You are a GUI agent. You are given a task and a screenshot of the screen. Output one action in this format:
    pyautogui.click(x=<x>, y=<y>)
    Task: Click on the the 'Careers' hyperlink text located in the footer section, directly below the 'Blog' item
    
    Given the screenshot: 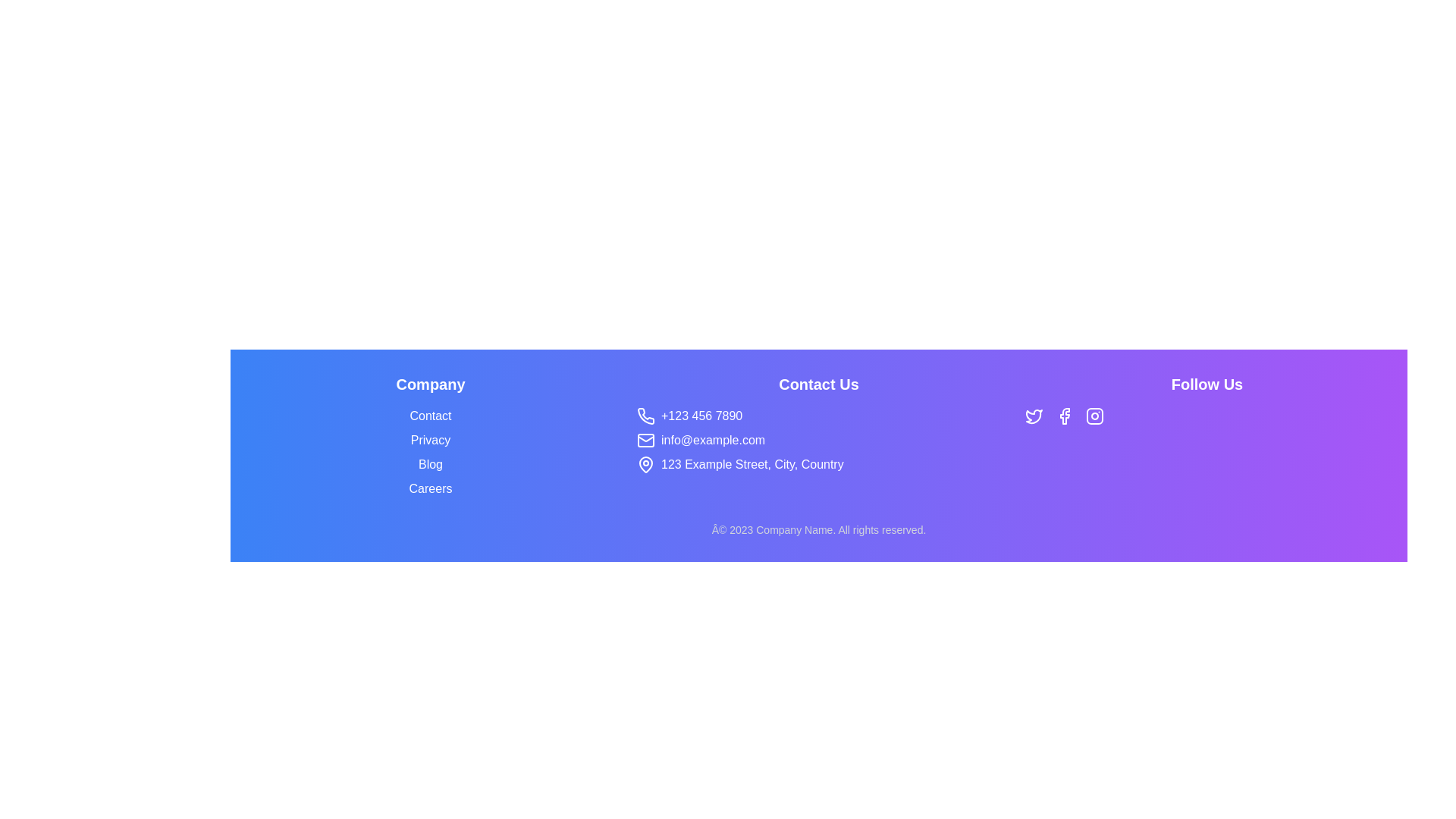 What is the action you would take?
    pyautogui.click(x=429, y=488)
    